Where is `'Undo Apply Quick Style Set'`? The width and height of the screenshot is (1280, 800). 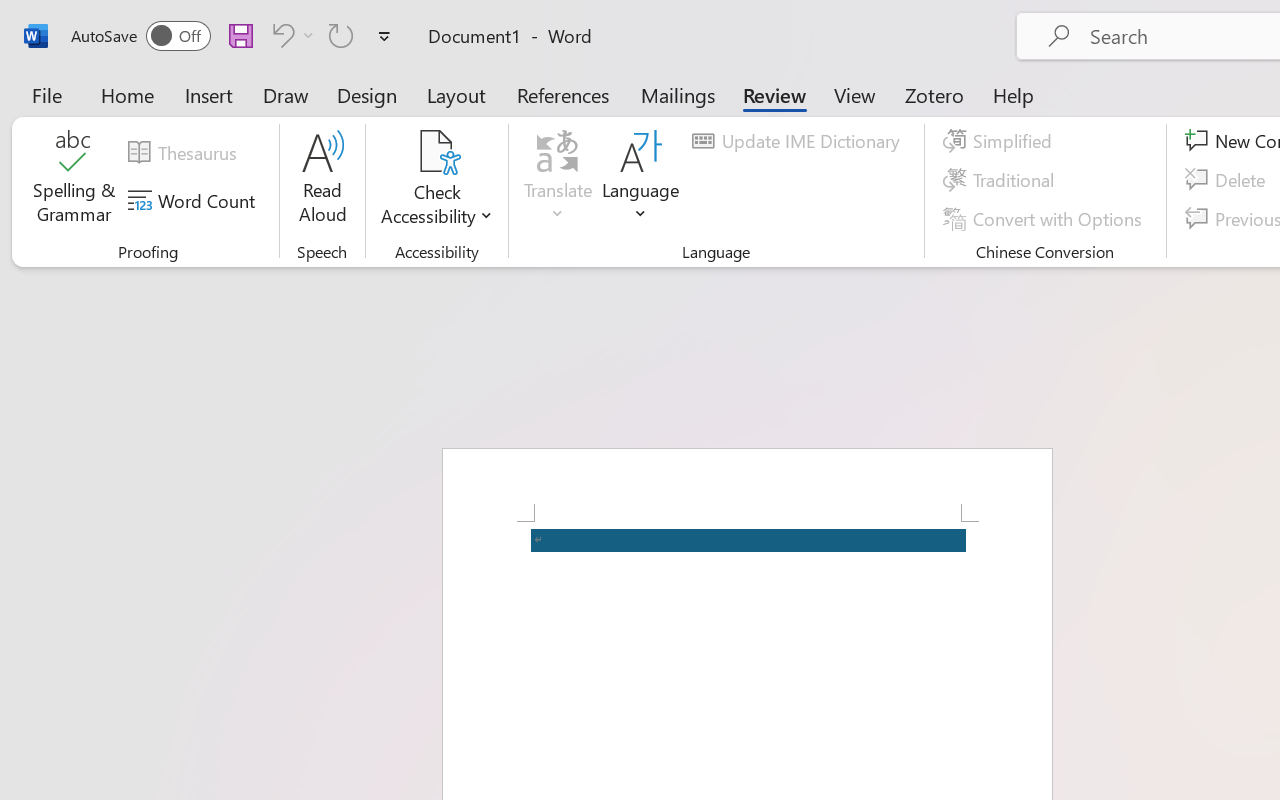 'Undo Apply Quick Style Set' is located at coordinates (279, 34).